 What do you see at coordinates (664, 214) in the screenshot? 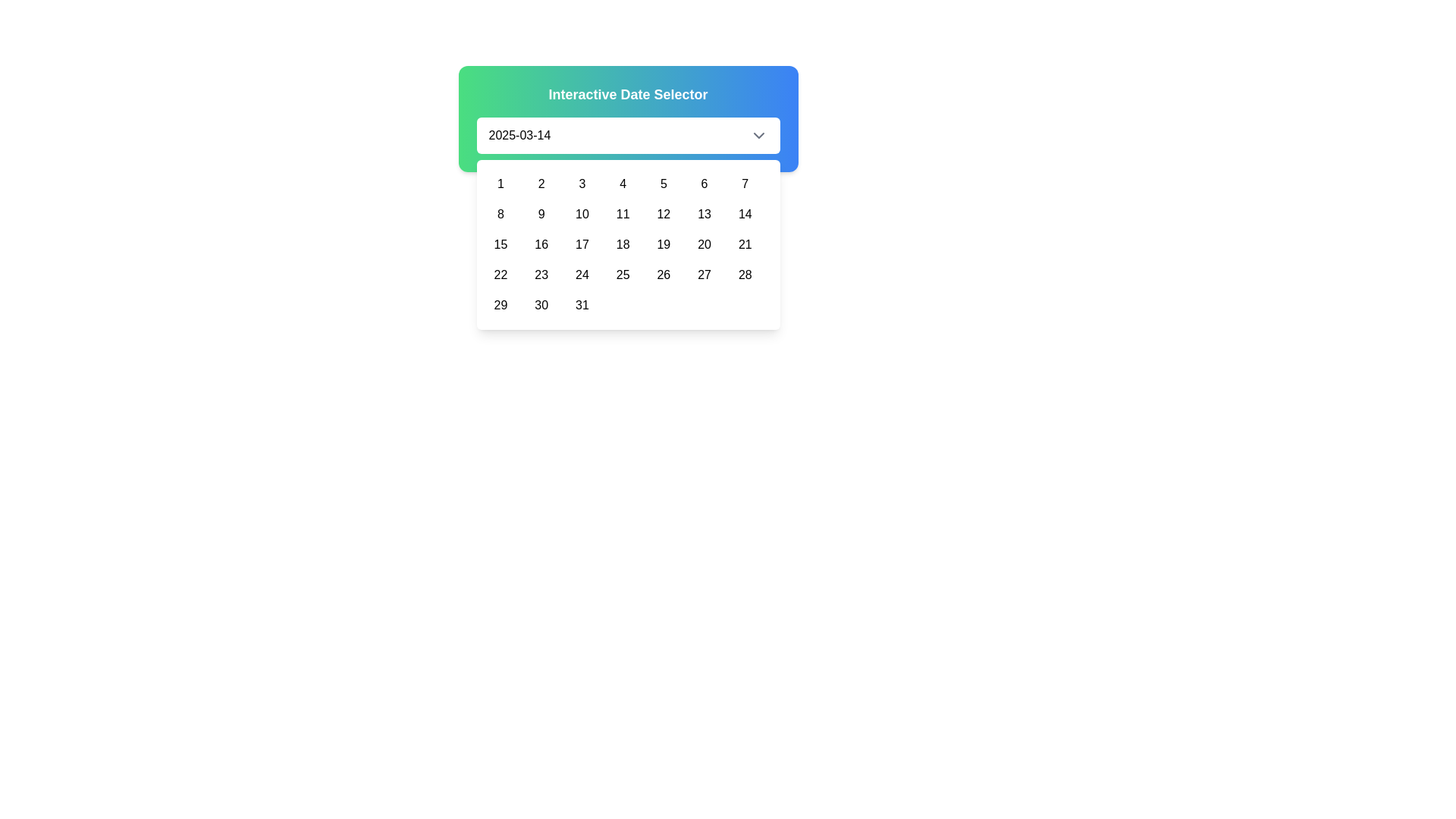
I see `the button that allows users to select the date '12' in a calendar-like interface, located in the second row and fifth column of the grid` at bounding box center [664, 214].